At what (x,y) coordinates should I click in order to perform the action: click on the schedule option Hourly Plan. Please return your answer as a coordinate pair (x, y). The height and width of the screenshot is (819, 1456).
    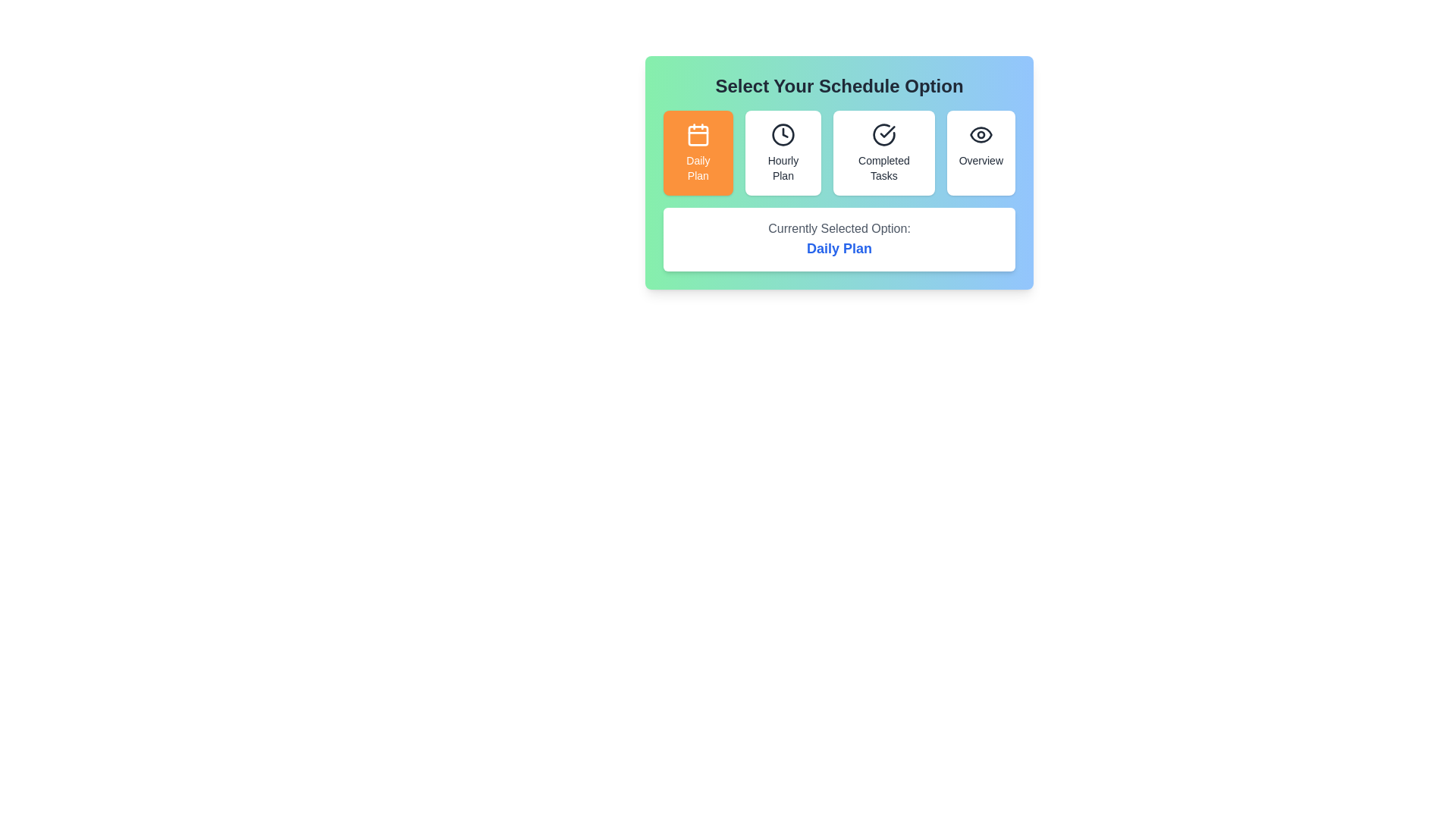
    Looking at the image, I should click on (783, 152).